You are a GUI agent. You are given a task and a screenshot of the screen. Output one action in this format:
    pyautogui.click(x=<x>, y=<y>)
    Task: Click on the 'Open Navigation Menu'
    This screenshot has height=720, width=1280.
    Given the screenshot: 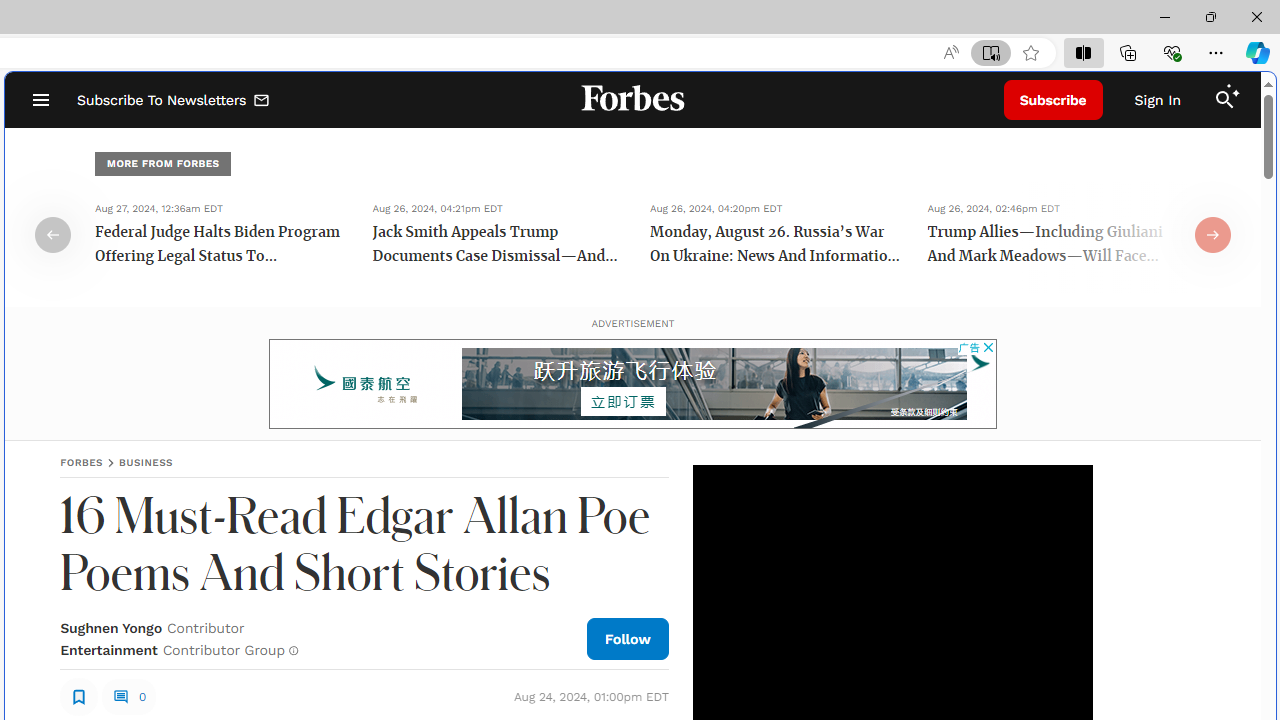 What is the action you would take?
    pyautogui.click(x=40, y=100)
    